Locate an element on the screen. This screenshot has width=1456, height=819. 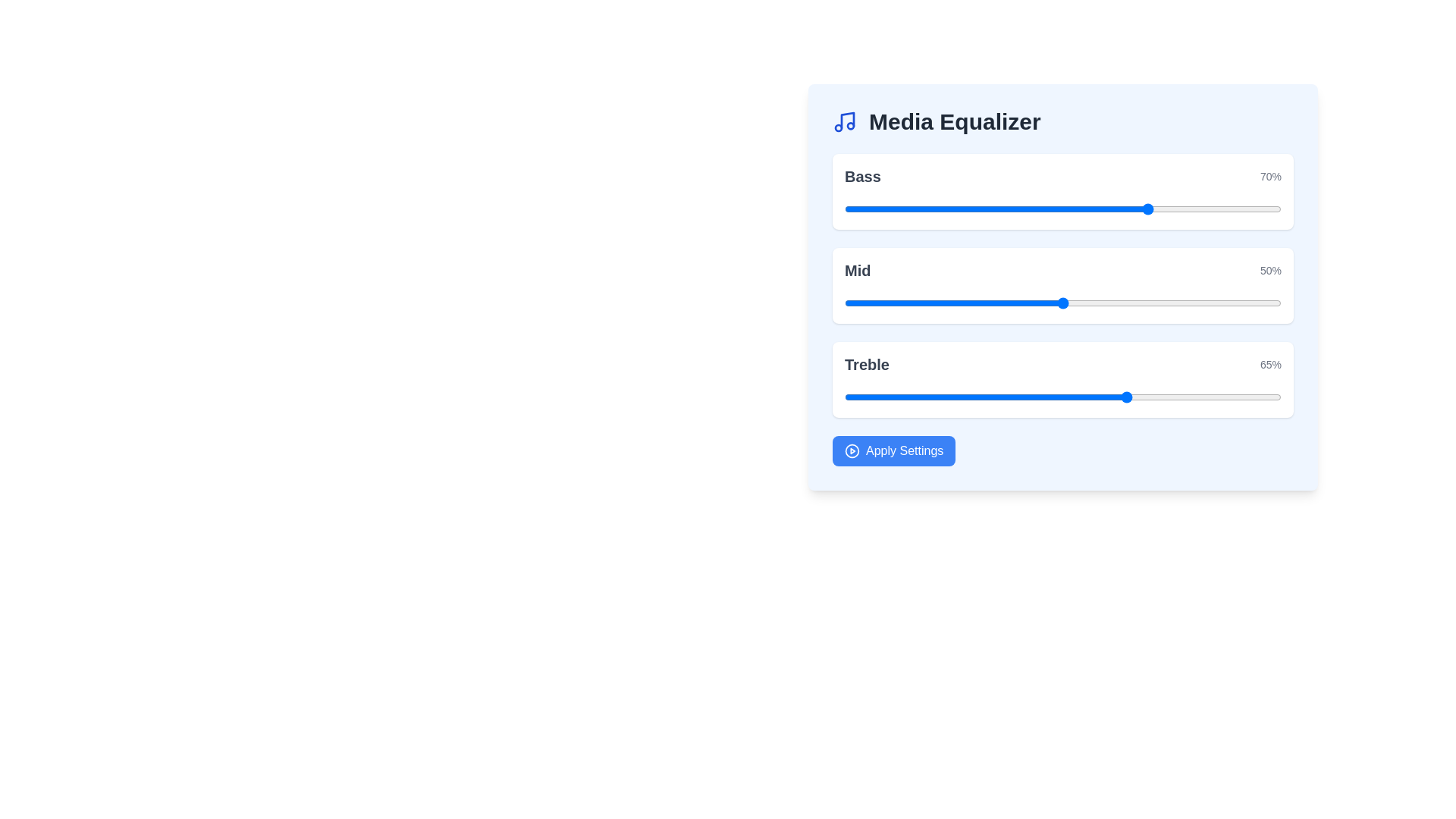
the slider is located at coordinates (1088, 303).